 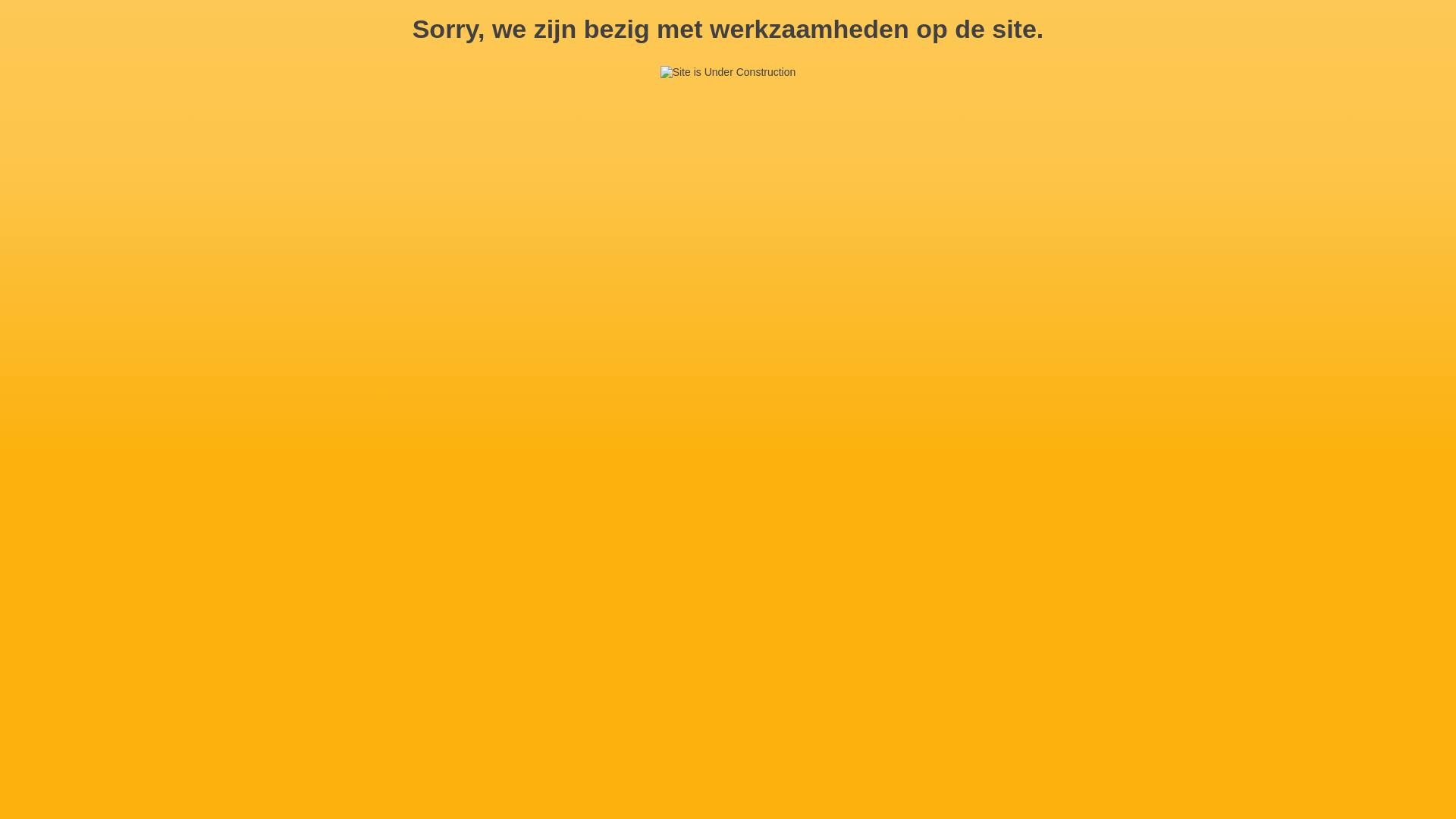 What do you see at coordinates (728, 72) in the screenshot?
I see `'Site is Under Construction'` at bounding box center [728, 72].